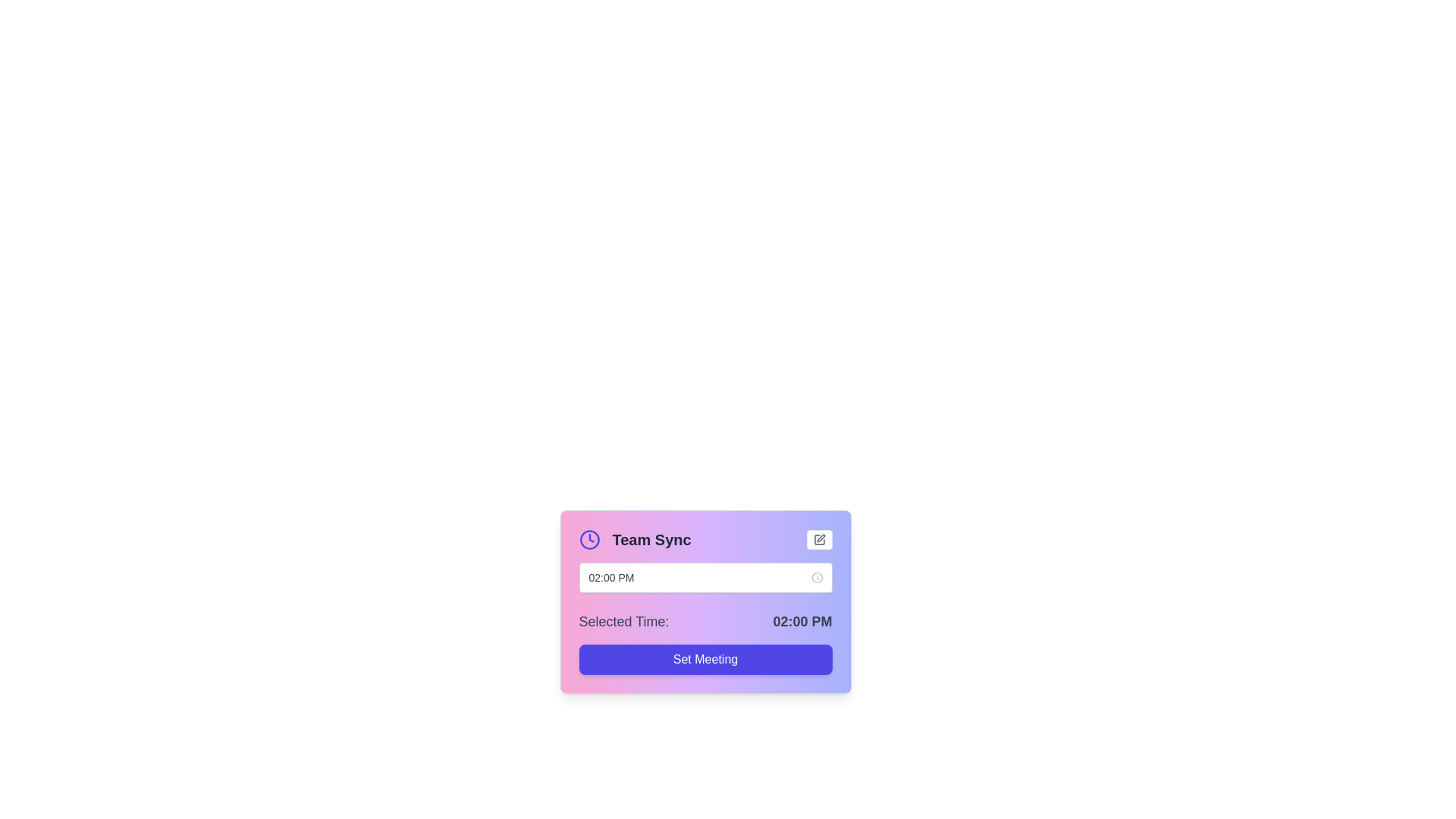  What do you see at coordinates (818, 539) in the screenshot?
I see `the pencil-like icon button in the top-right corner of the colorful card interface` at bounding box center [818, 539].